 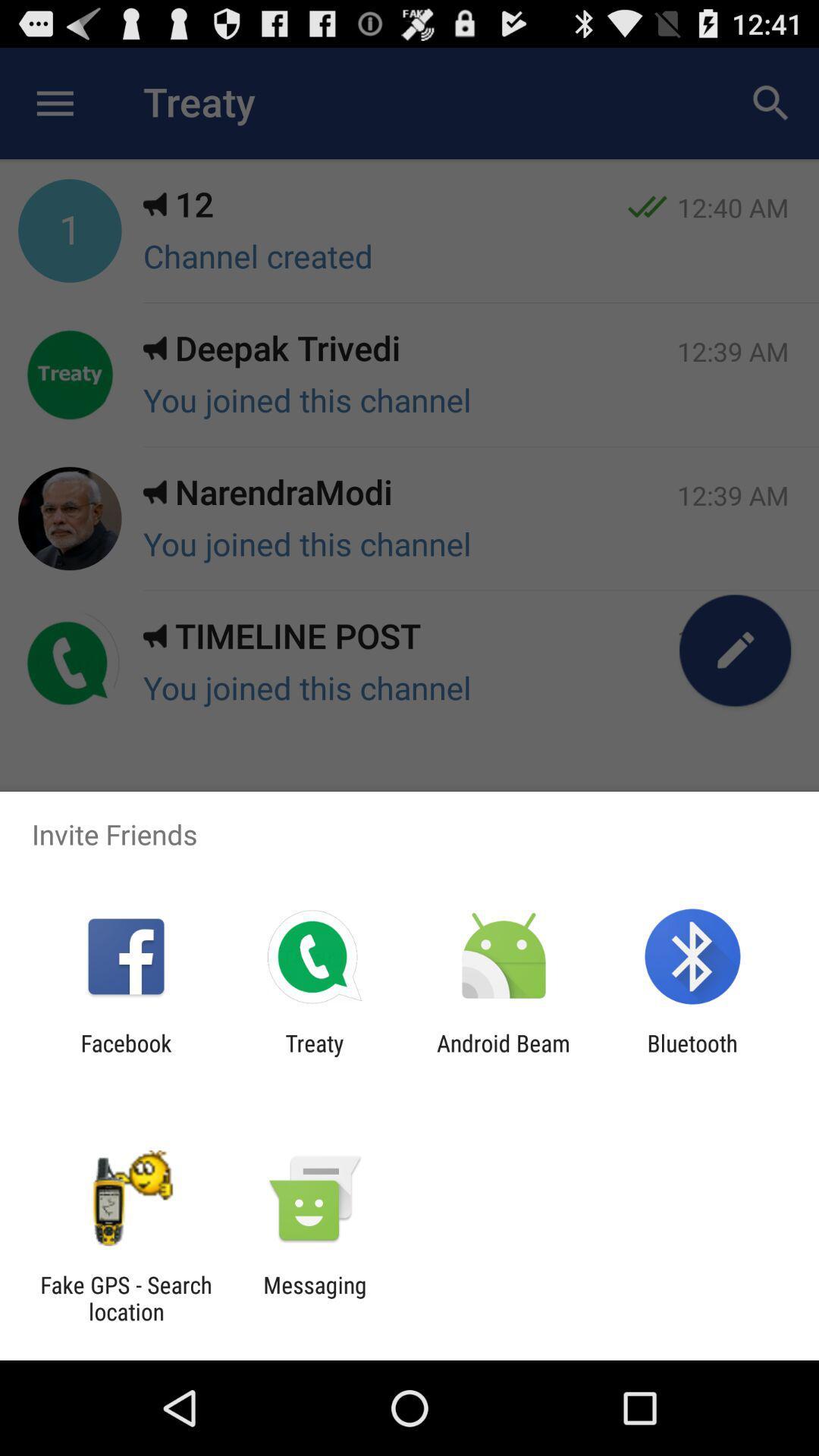 I want to click on bluetooth, so click(x=692, y=1056).